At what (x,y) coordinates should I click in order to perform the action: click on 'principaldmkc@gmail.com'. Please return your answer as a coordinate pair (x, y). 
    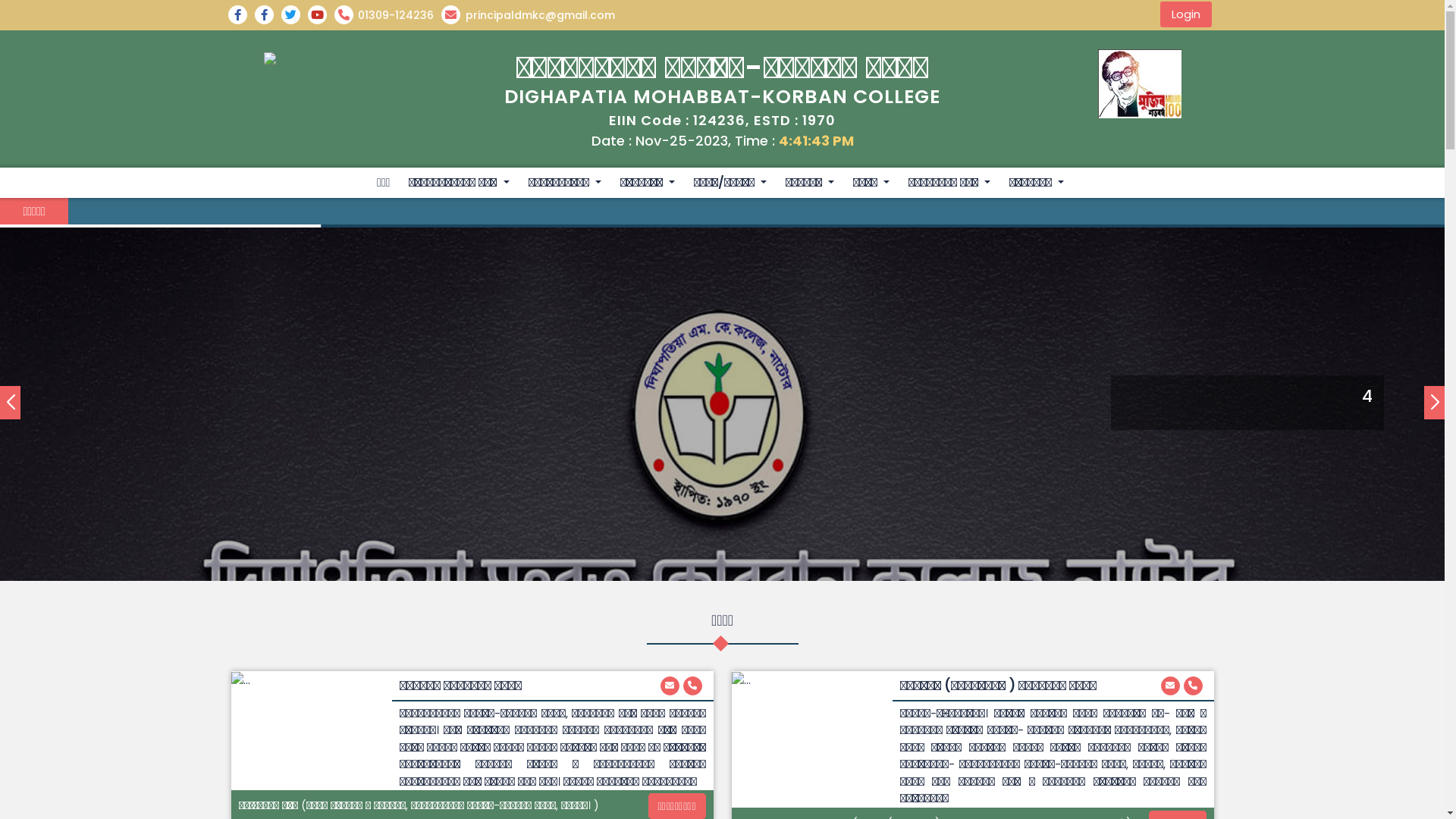
    Looking at the image, I should click on (532, 14).